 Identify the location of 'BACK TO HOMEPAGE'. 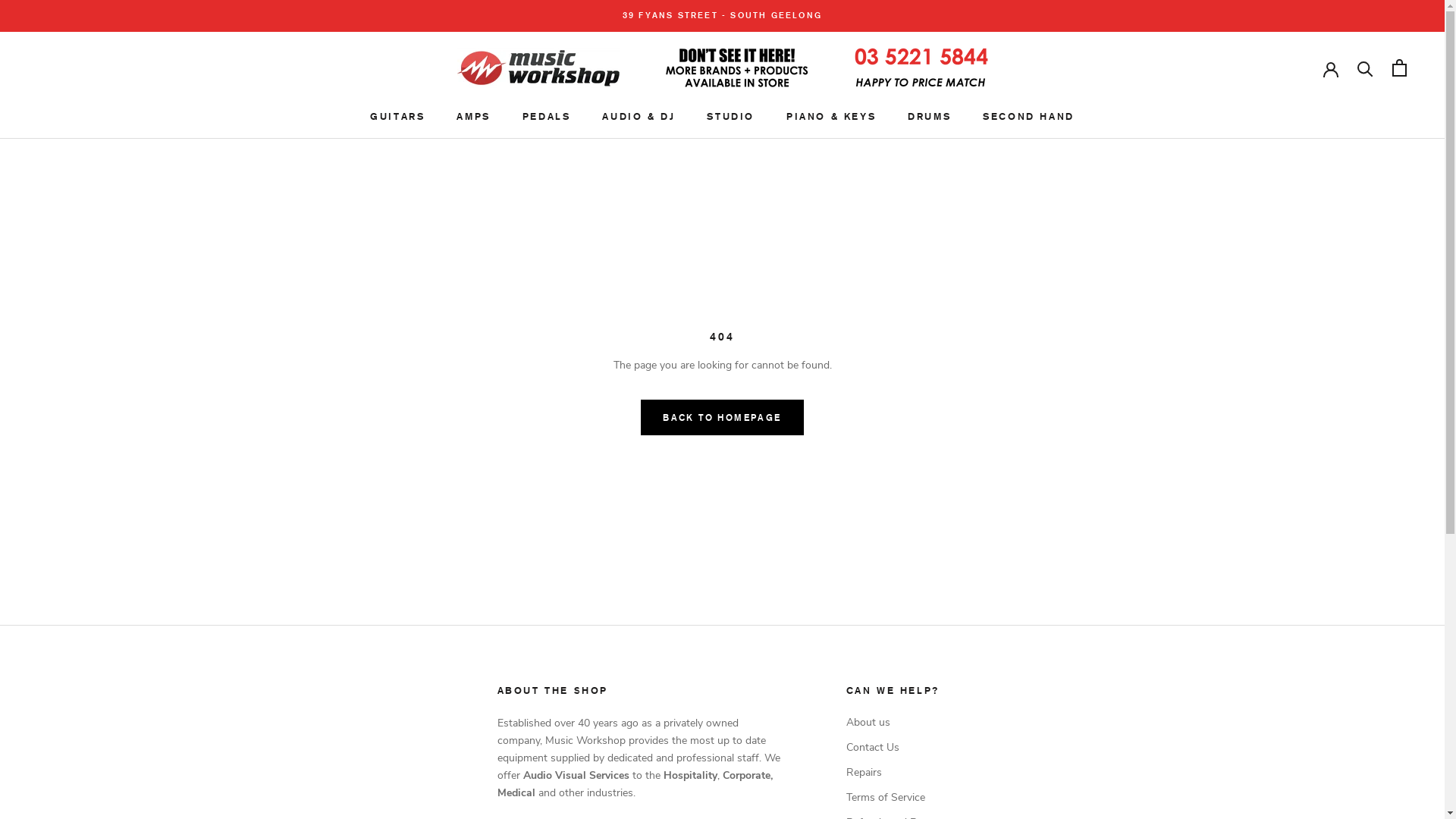
(720, 417).